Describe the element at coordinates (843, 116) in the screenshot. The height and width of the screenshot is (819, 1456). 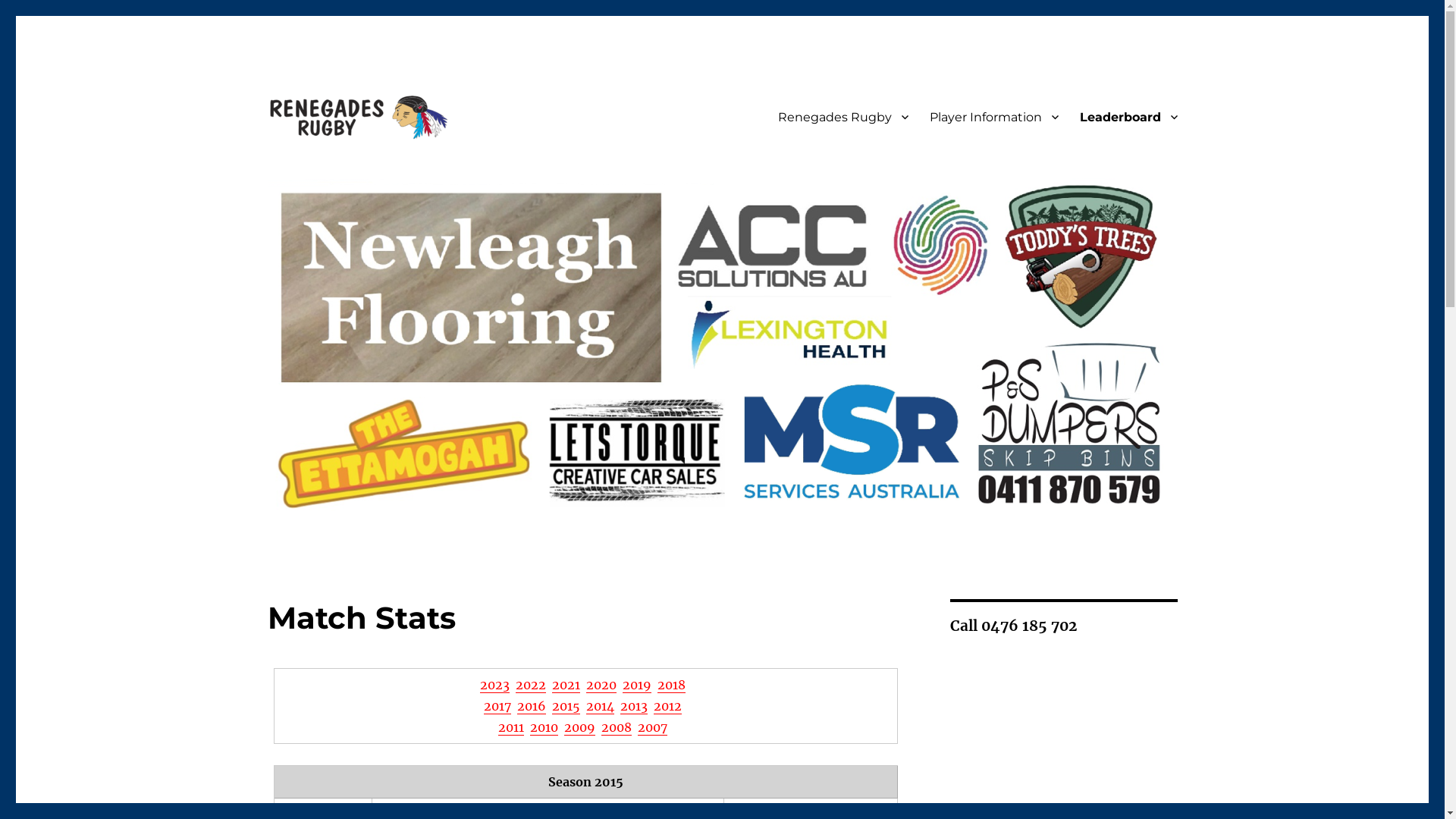
I see `'Renegades Rugby'` at that location.